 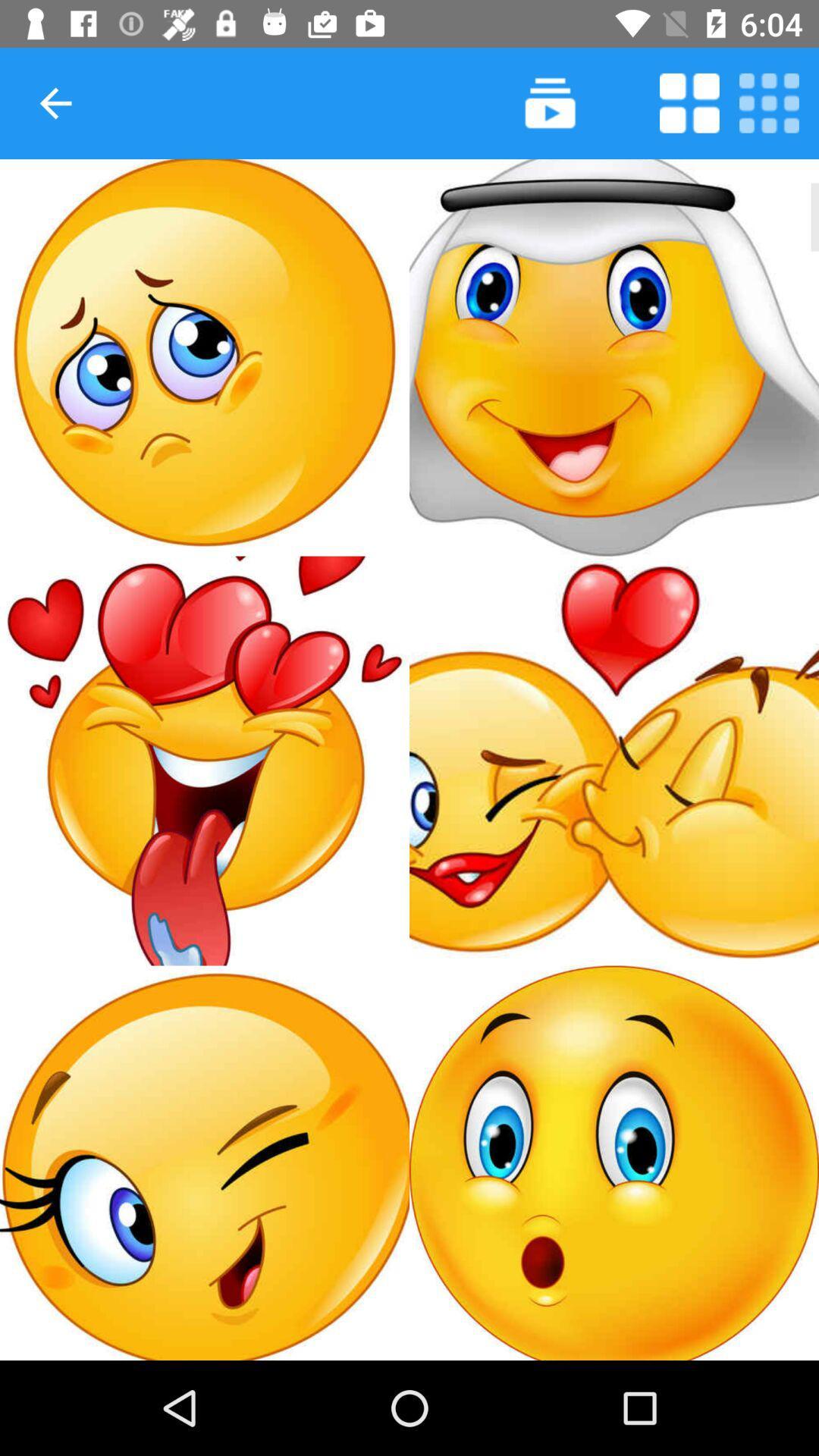 I want to click on choose this icon, so click(x=205, y=761).